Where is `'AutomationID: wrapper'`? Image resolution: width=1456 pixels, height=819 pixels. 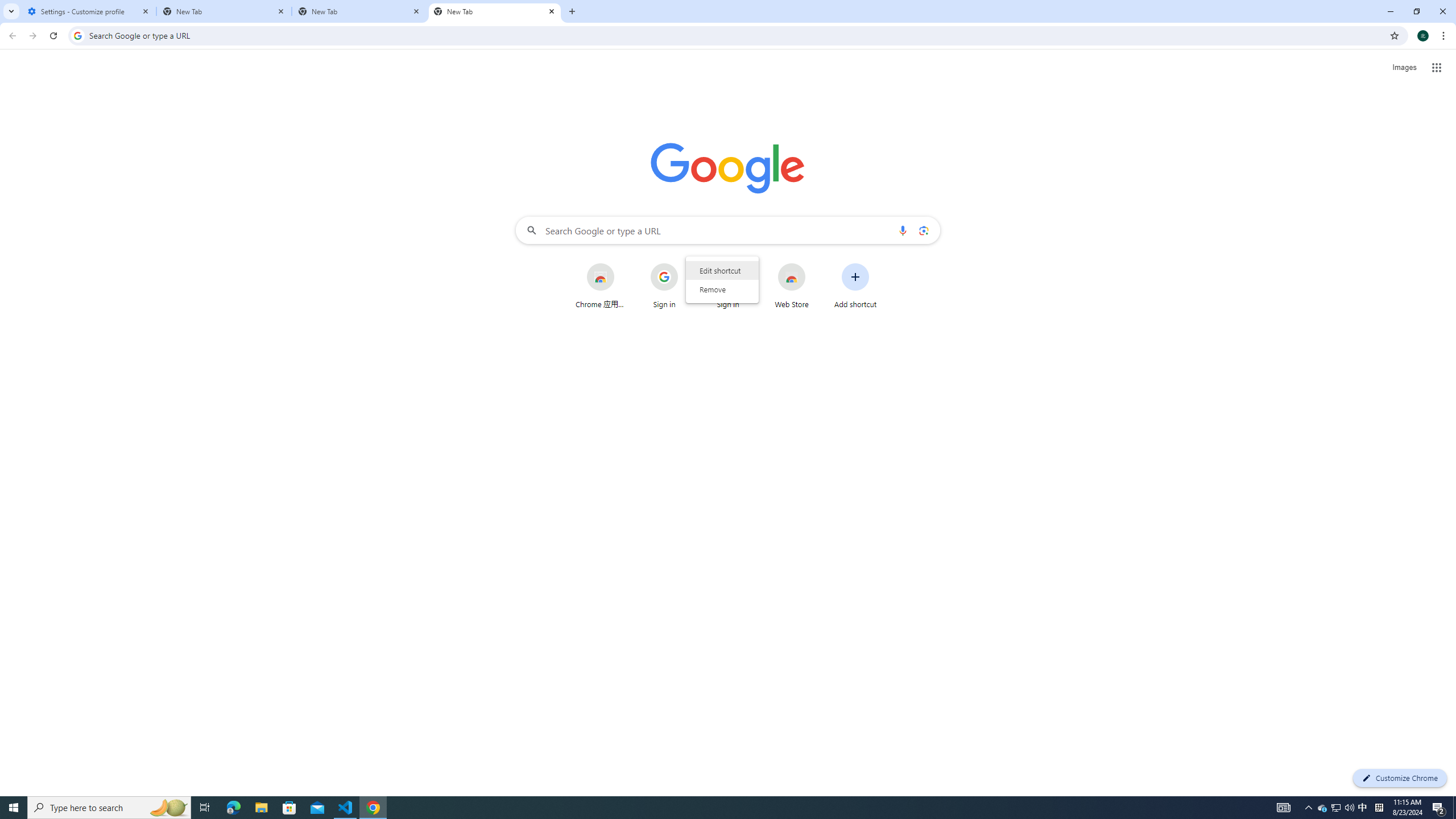
'AutomationID: wrapper' is located at coordinates (721, 279).